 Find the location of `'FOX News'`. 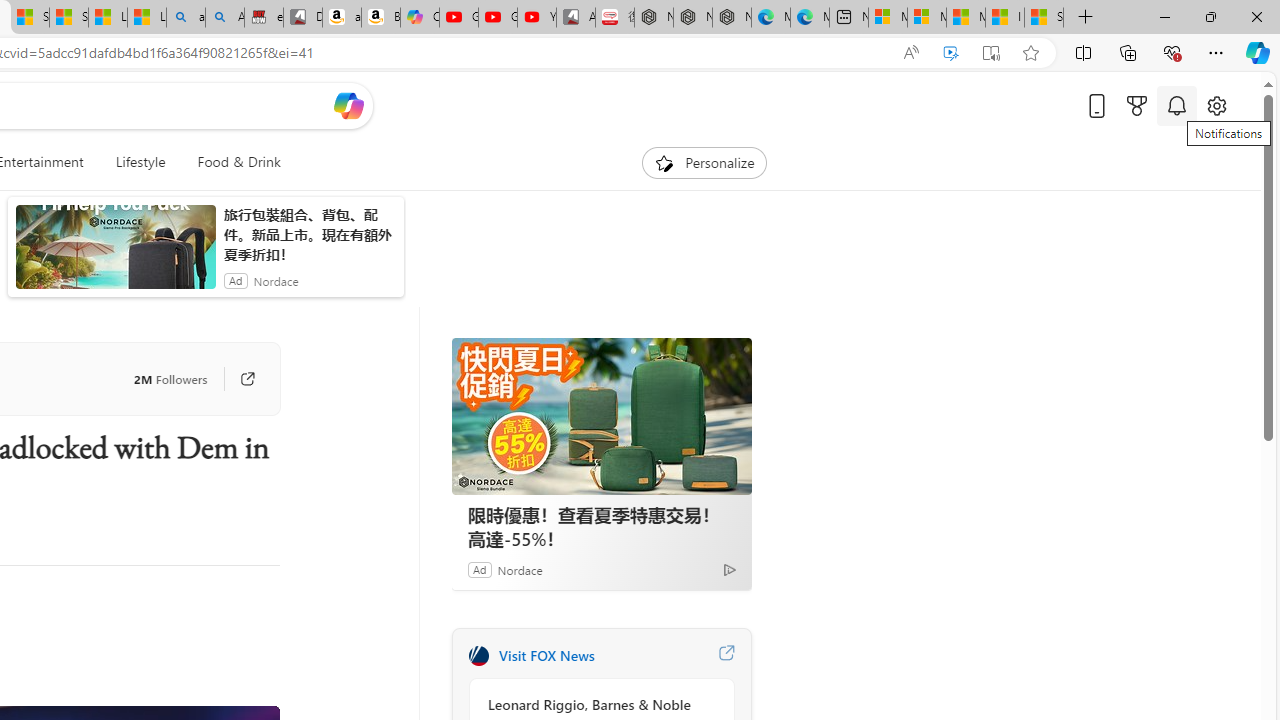

'FOX News' is located at coordinates (477, 655).